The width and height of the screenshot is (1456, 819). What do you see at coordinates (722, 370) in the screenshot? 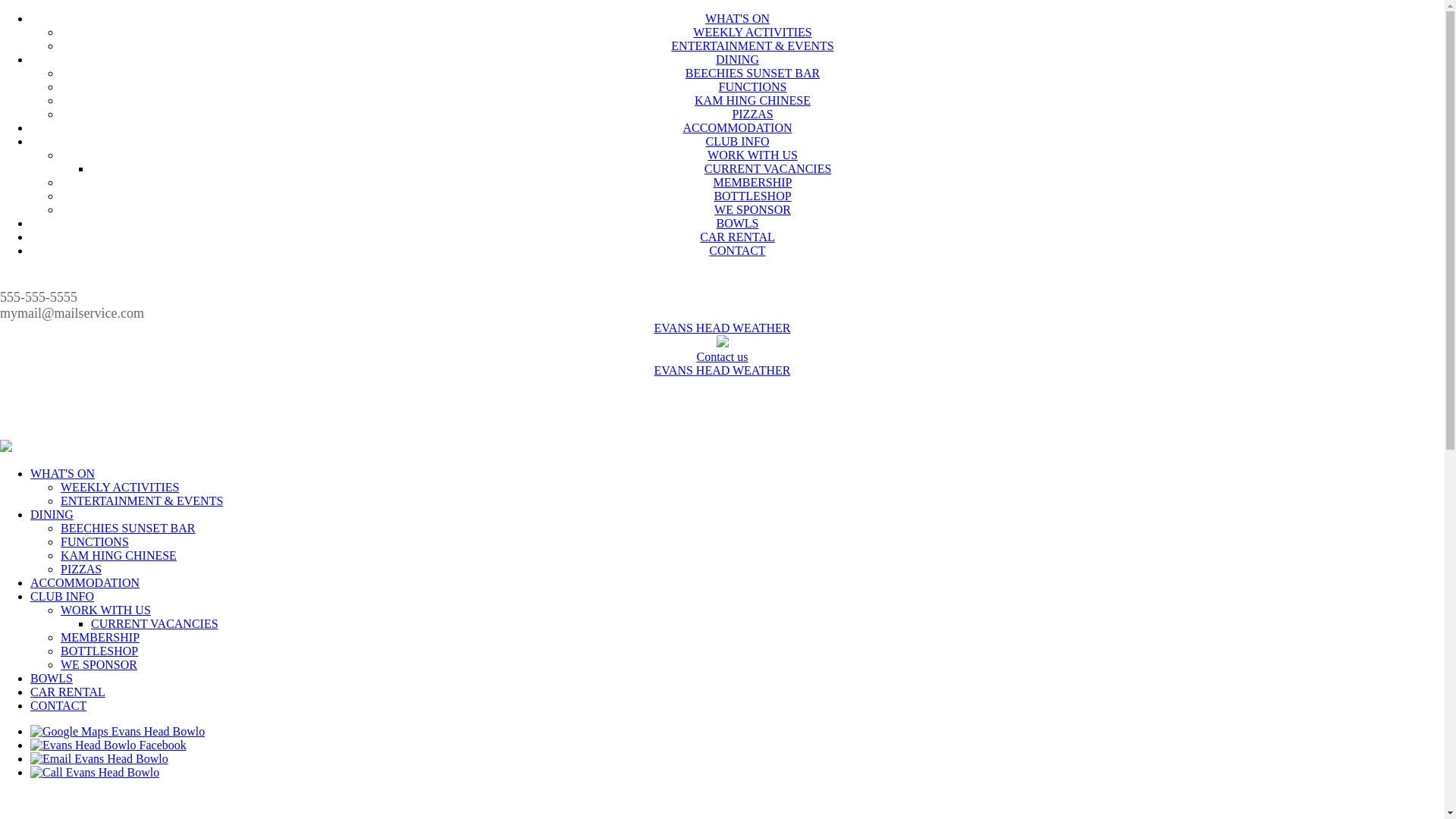
I see `'EVANS HEAD WEATHER'` at bounding box center [722, 370].